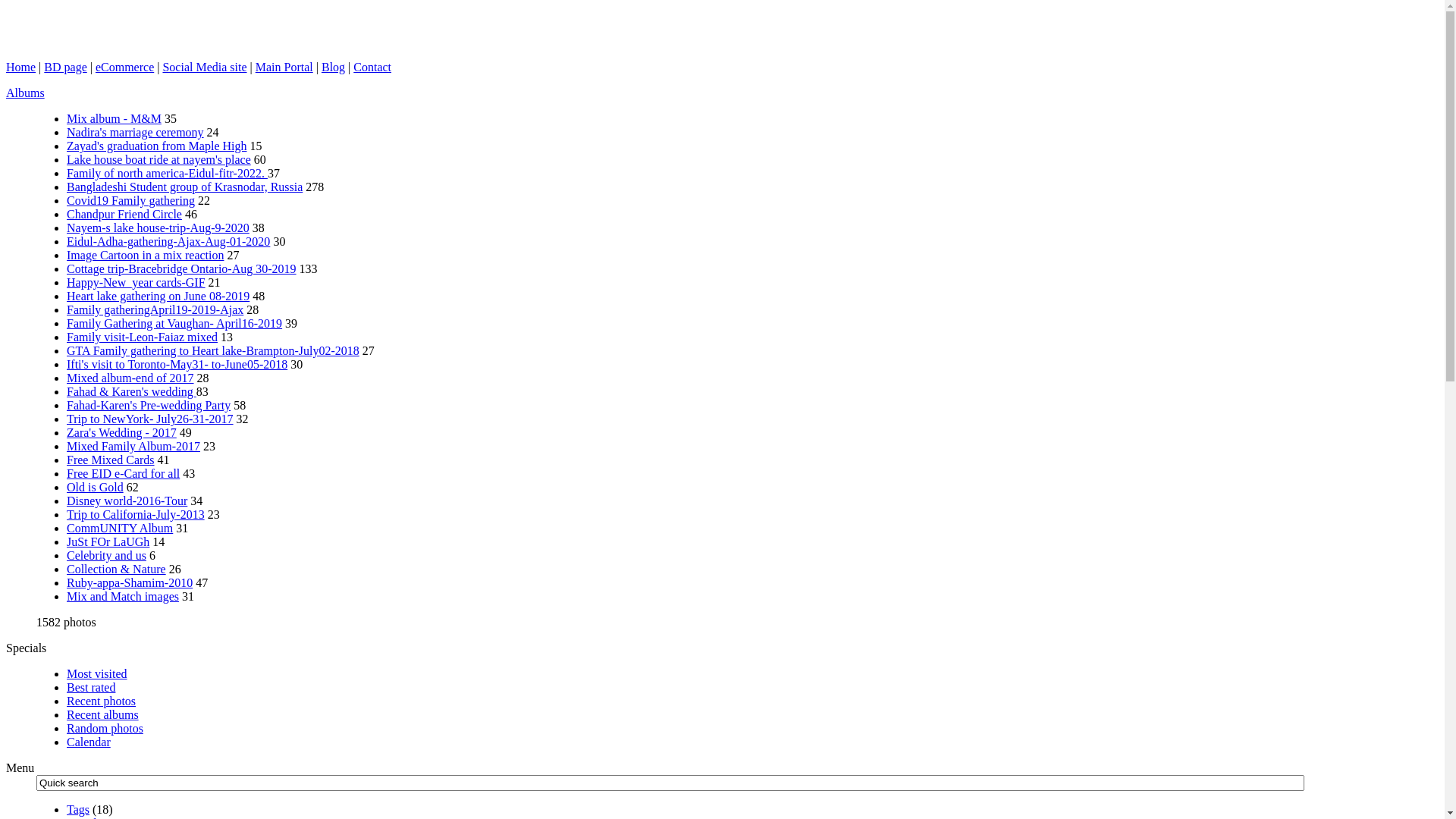 The width and height of the screenshot is (1456, 819). What do you see at coordinates (149, 404) in the screenshot?
I see `'Fahad-Karen's Pre-wedding Party'` at bounding box center [149, 404].